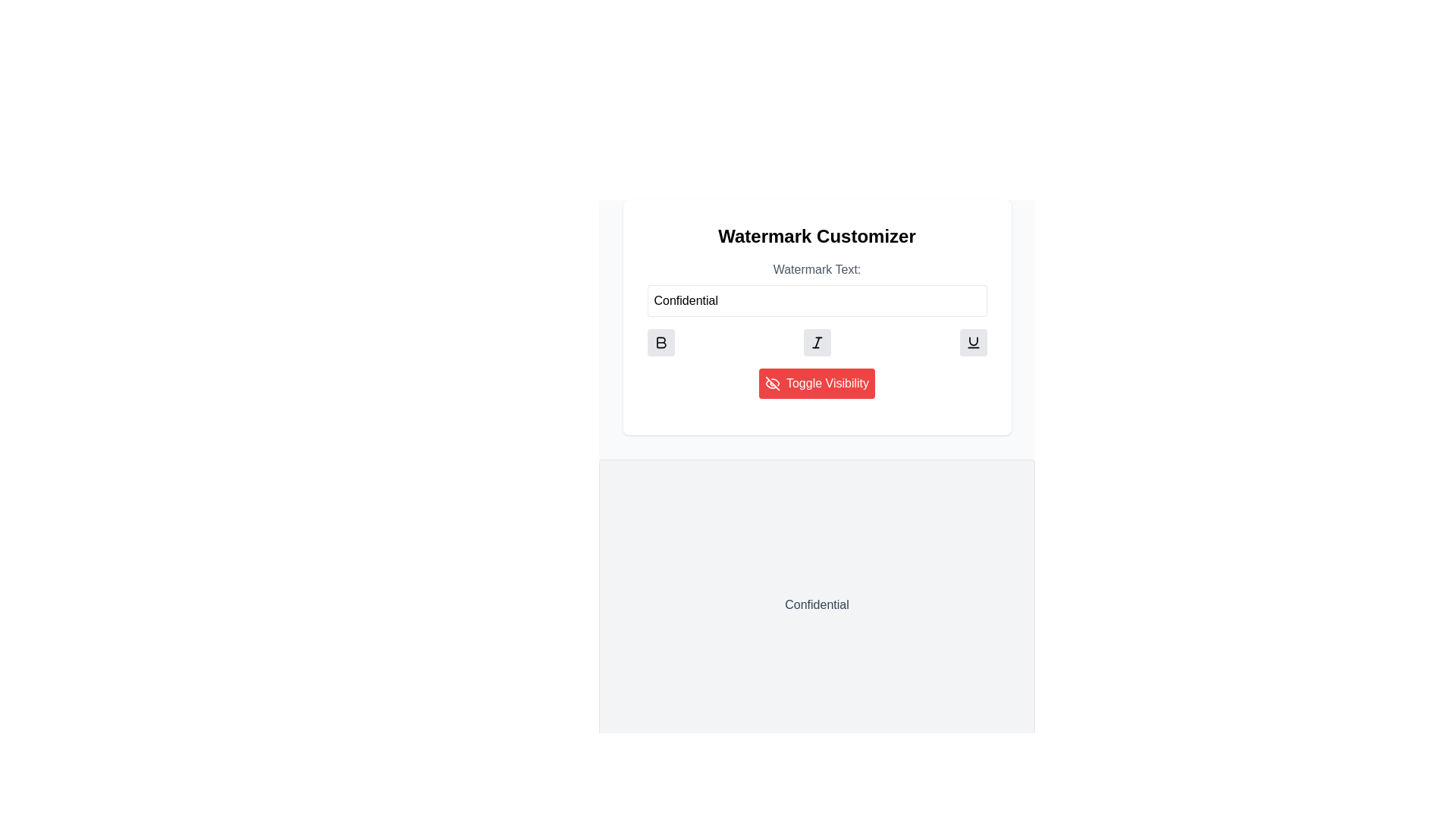 Image resolution: width=1456 pixels, height=819 pixels. Describe the element at coordinates (816, 342) in the screenshot. I see `the middle button in the formatting group that toggles italic styling for the watermark text input` at that location.